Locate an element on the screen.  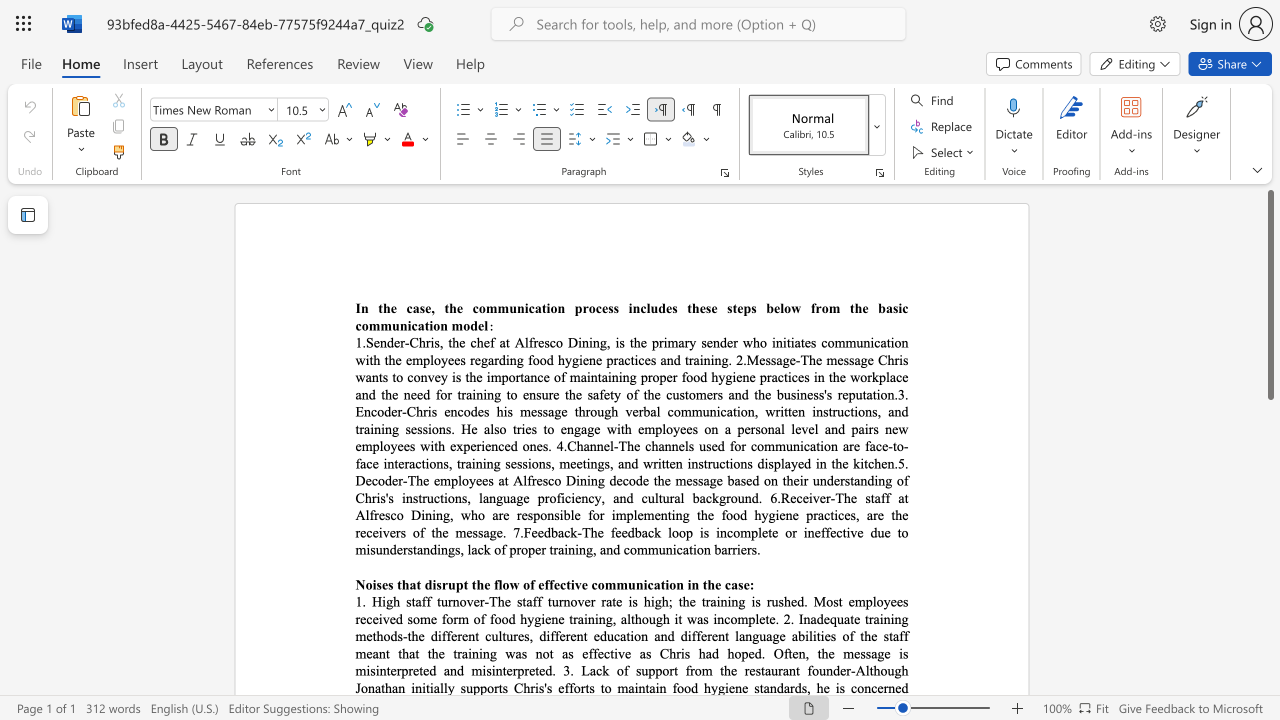
the 4th character "e" in the text is located at coordinates (486, 341).